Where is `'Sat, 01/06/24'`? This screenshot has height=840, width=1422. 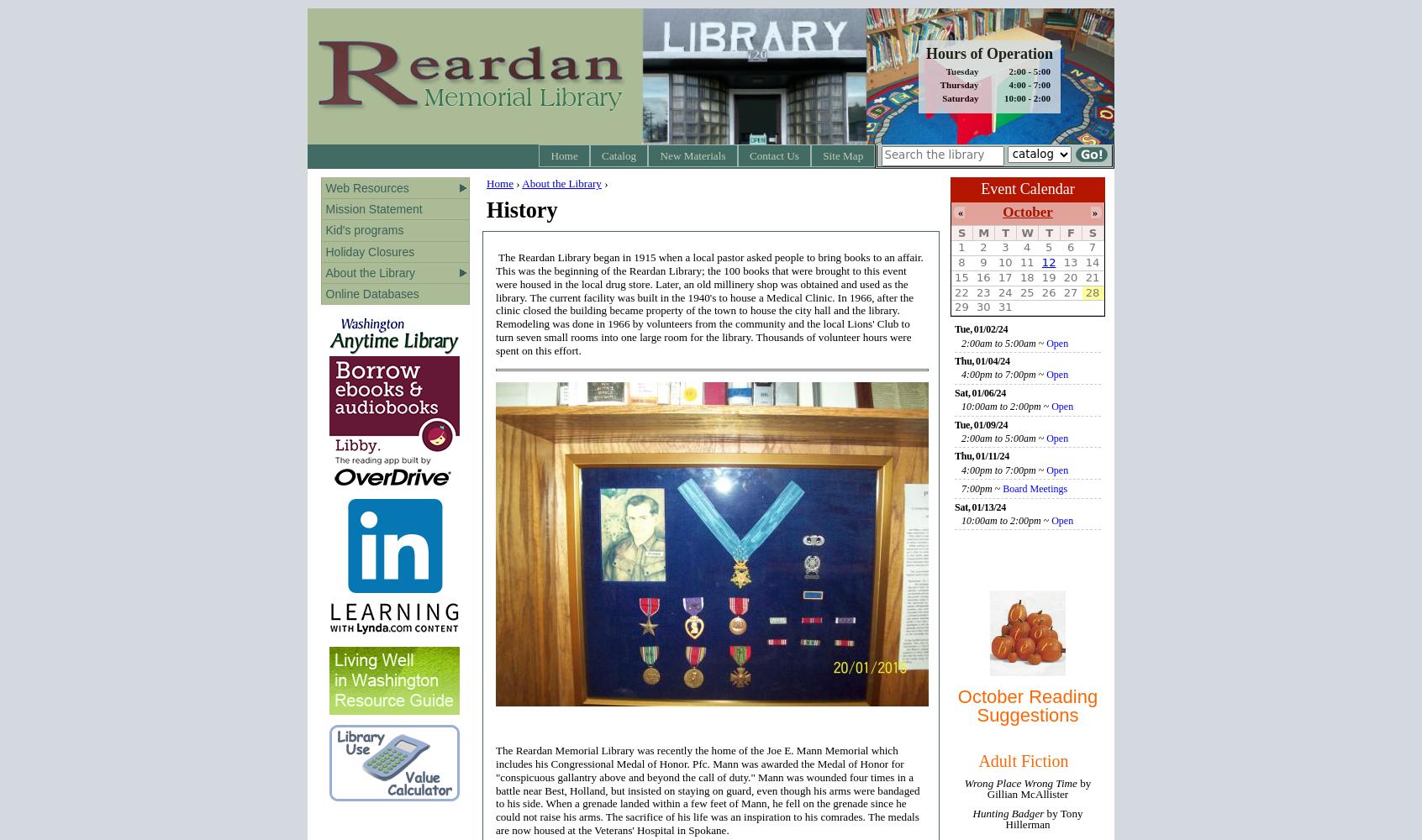
'Sat, 01/06/24' is located at coordinates (979, 391).